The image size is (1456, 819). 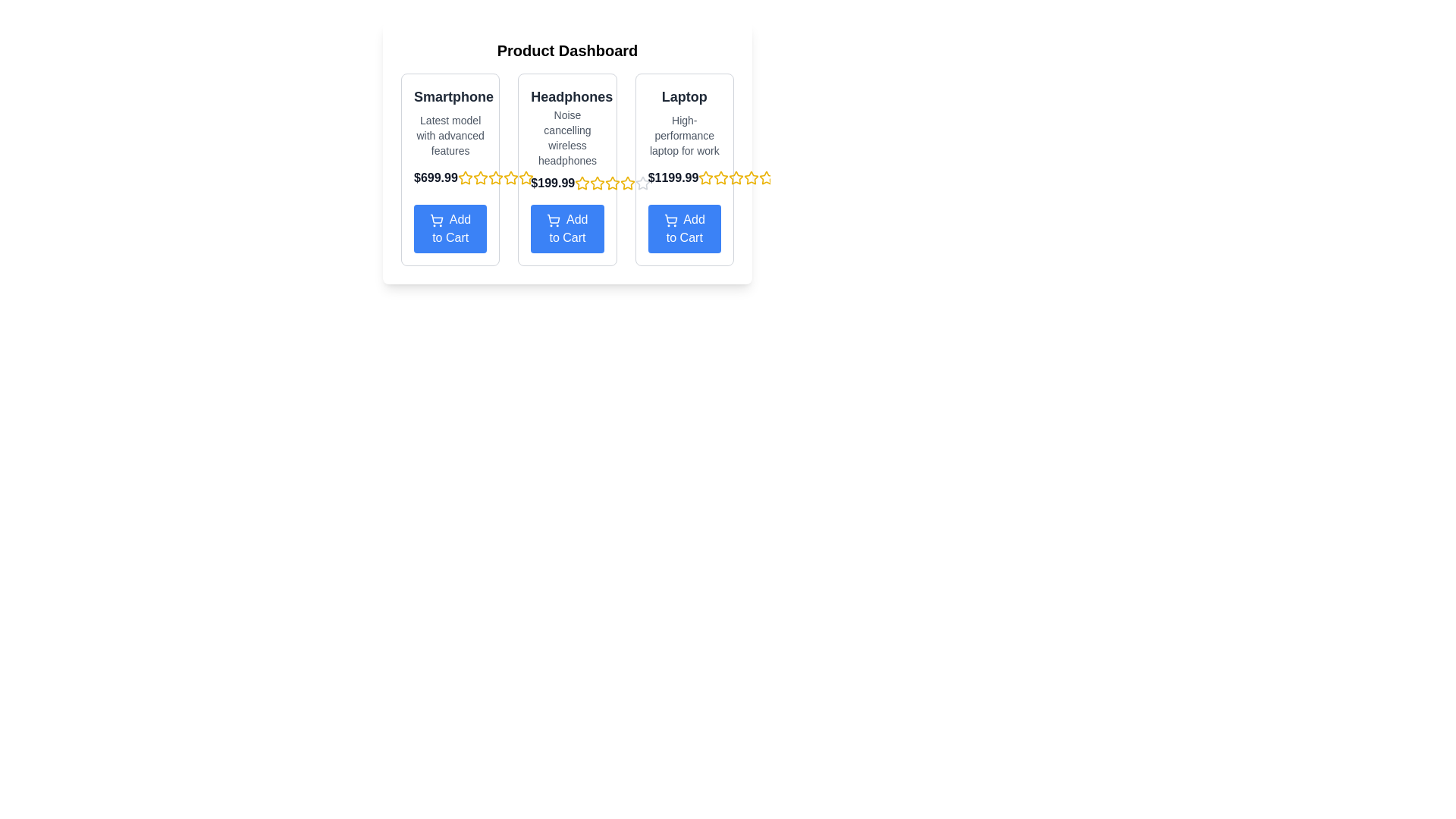 What do you see at coordinates (566, 183) in the screenshot?
I see `the price display element "$199.99" which is prominently bold and dark, located beneath the product description for 'Noise cancelling wireless headphones' and above the star rating feature` at bounding box center [566, 183].